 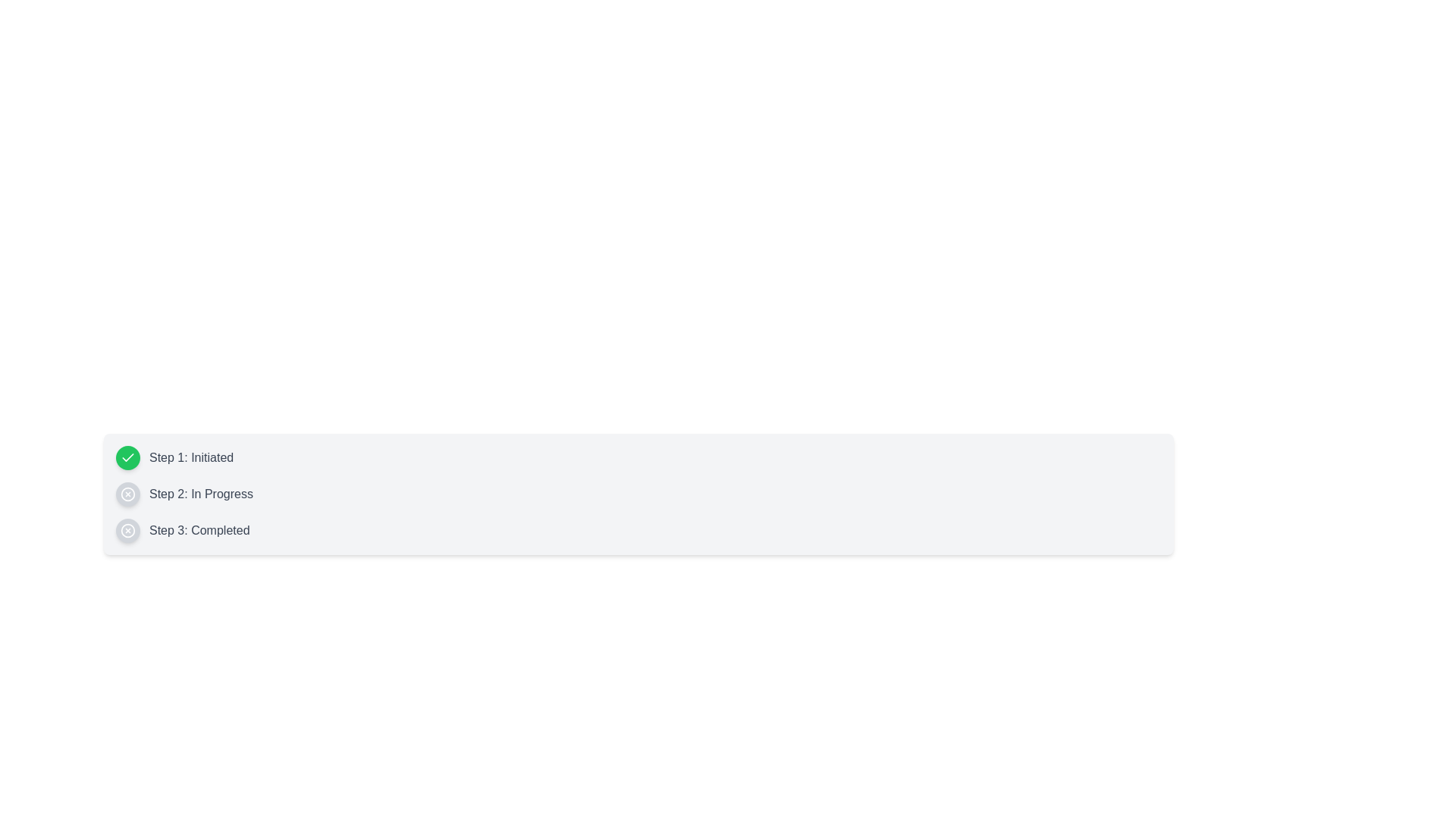 What do you see at coordinates (127, 456) in the screenshot?
I see `the checkmark icon within the circular background that represents 'Step 1' in the vertical list of steps` at bounding box center [127, 456].